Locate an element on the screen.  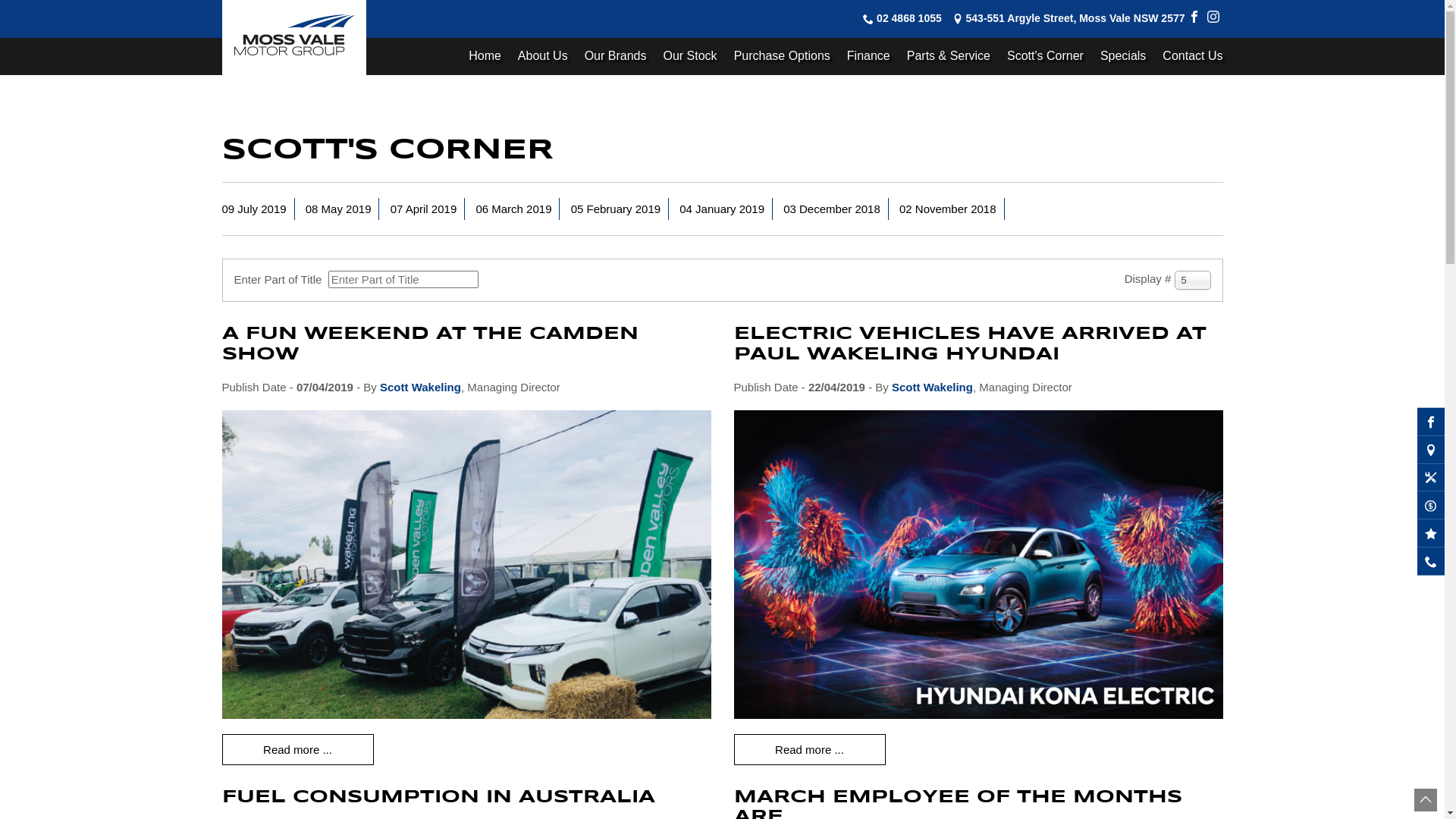
'04 January 2019' is located at coordinates (720, 209).